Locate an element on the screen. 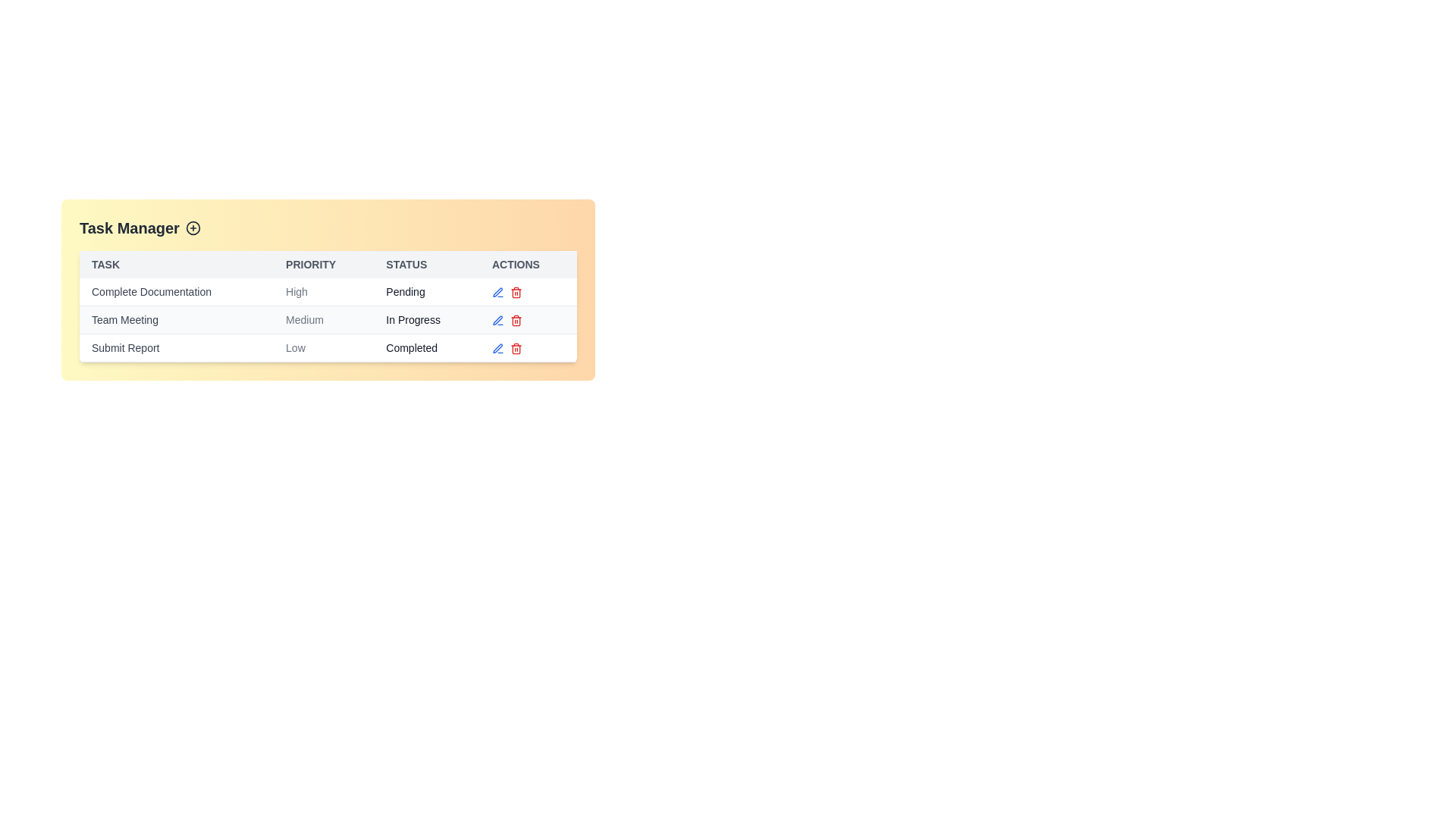 This screenshot has height=819, width=1456. the 'plus' icon to add a new task is located at coordinates (192, 227).